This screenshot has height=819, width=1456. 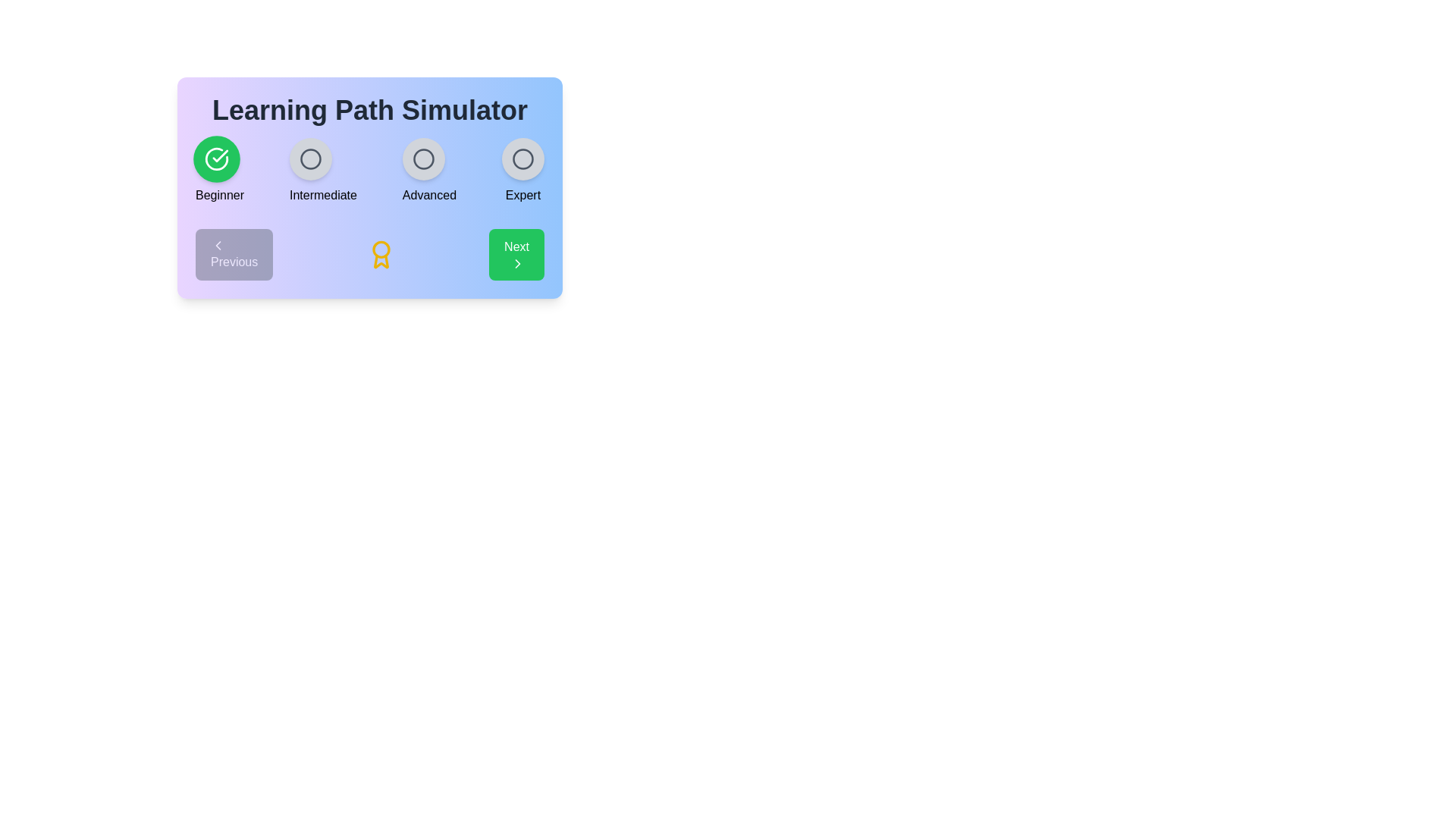 What do you see at coordinates (523, 171) in the screenshot?
I see `the 'Expert' level icon` at bounding box center [523, 171].